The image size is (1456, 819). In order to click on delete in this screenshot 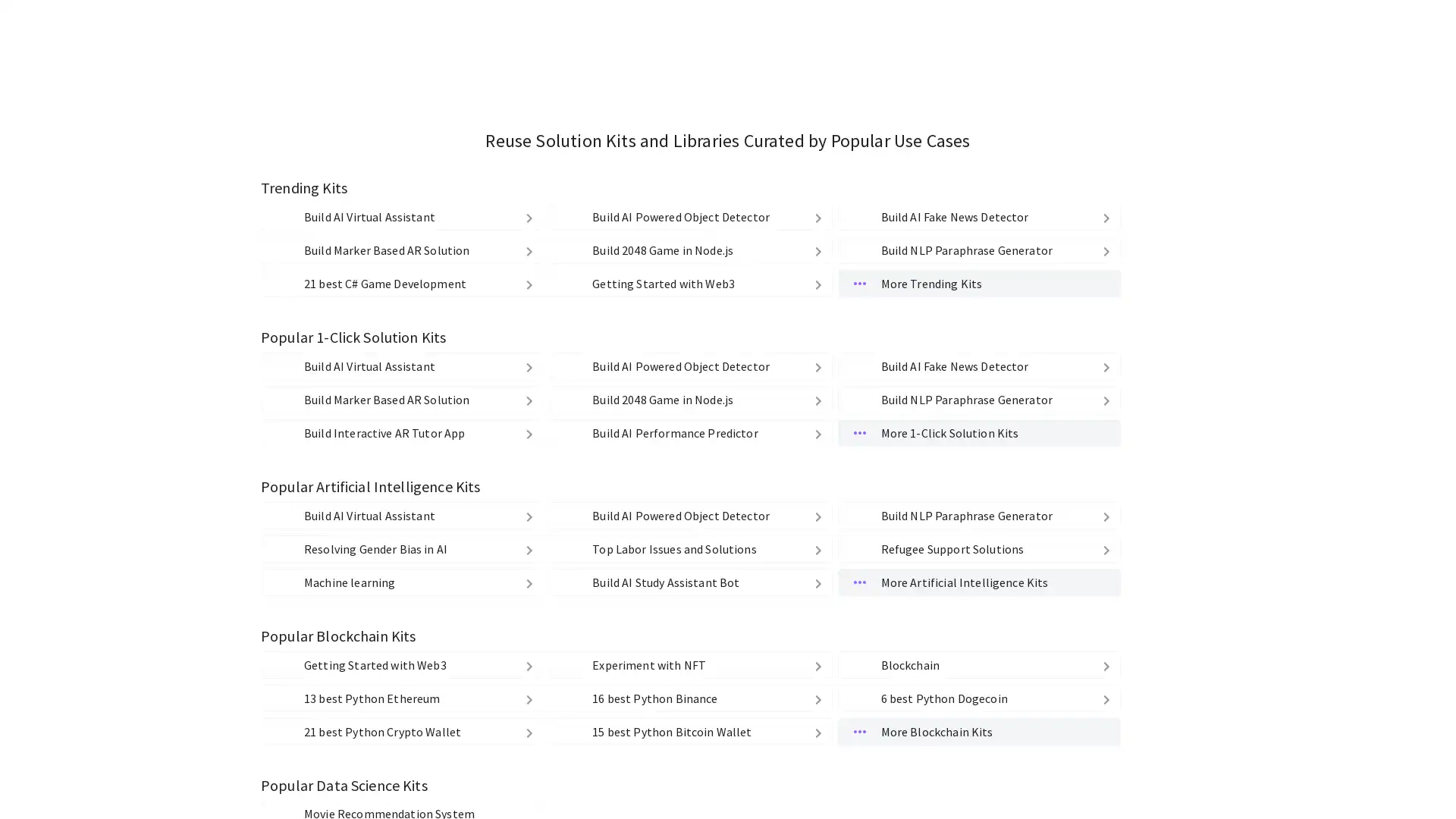, I will do `click(509, 748)`.